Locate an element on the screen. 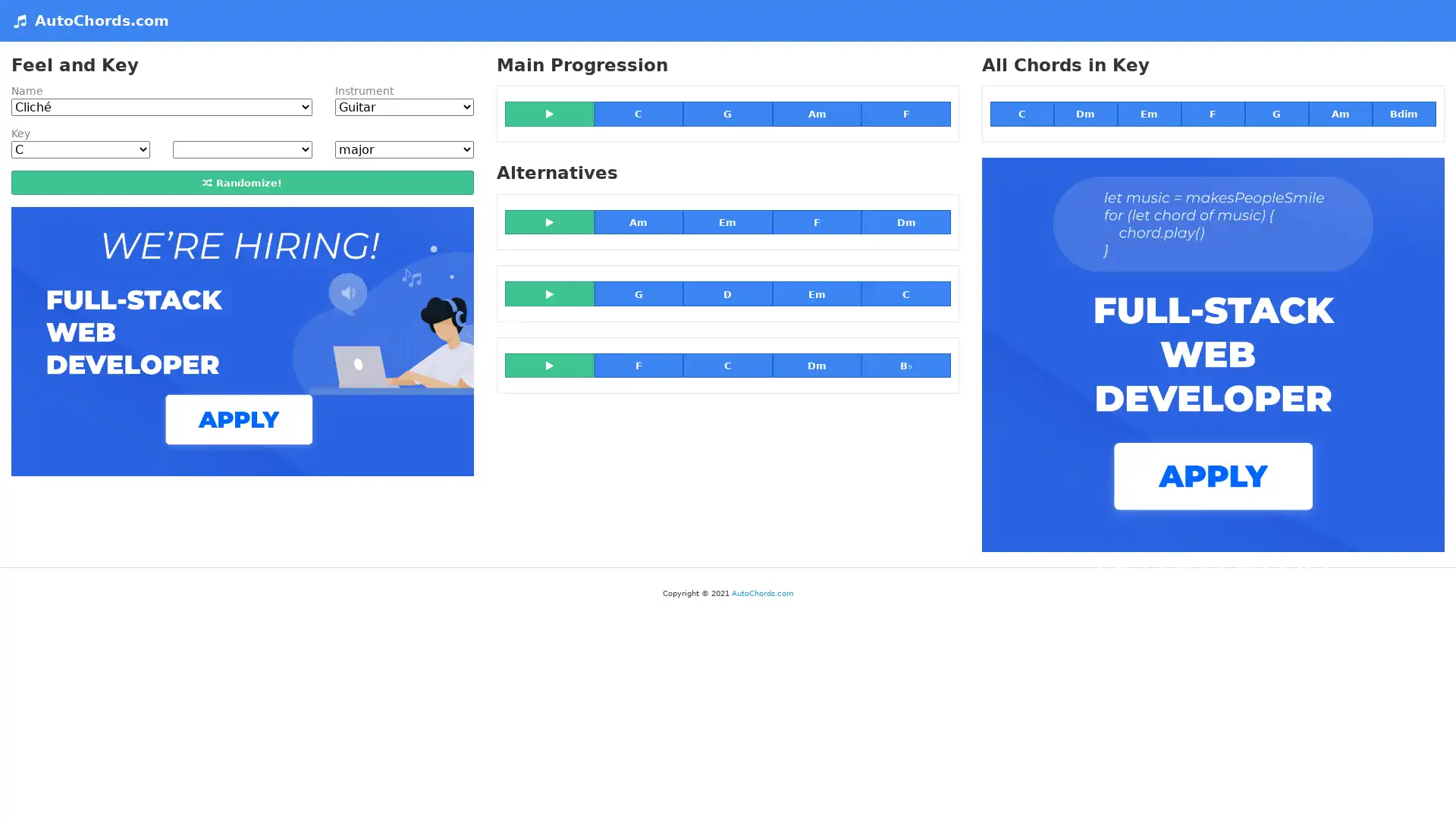  G is located at coordinates (1276, 113).